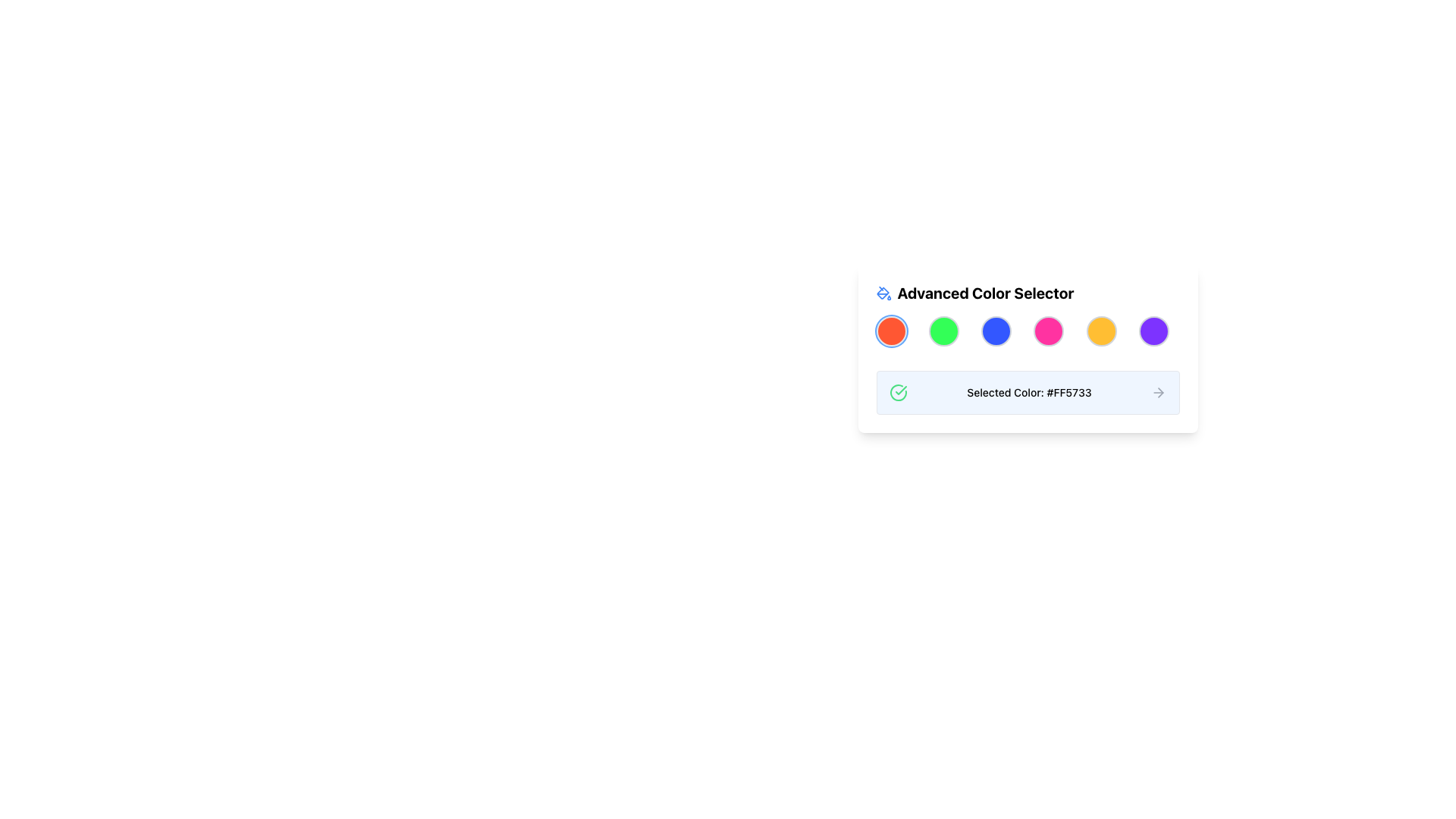 The width and height of the screenshot is (1456, 819). I want to click on circular icon with a green check mark inside, located on the left side of the 'Selected Color: #FF5733' section, so click(898, 391).